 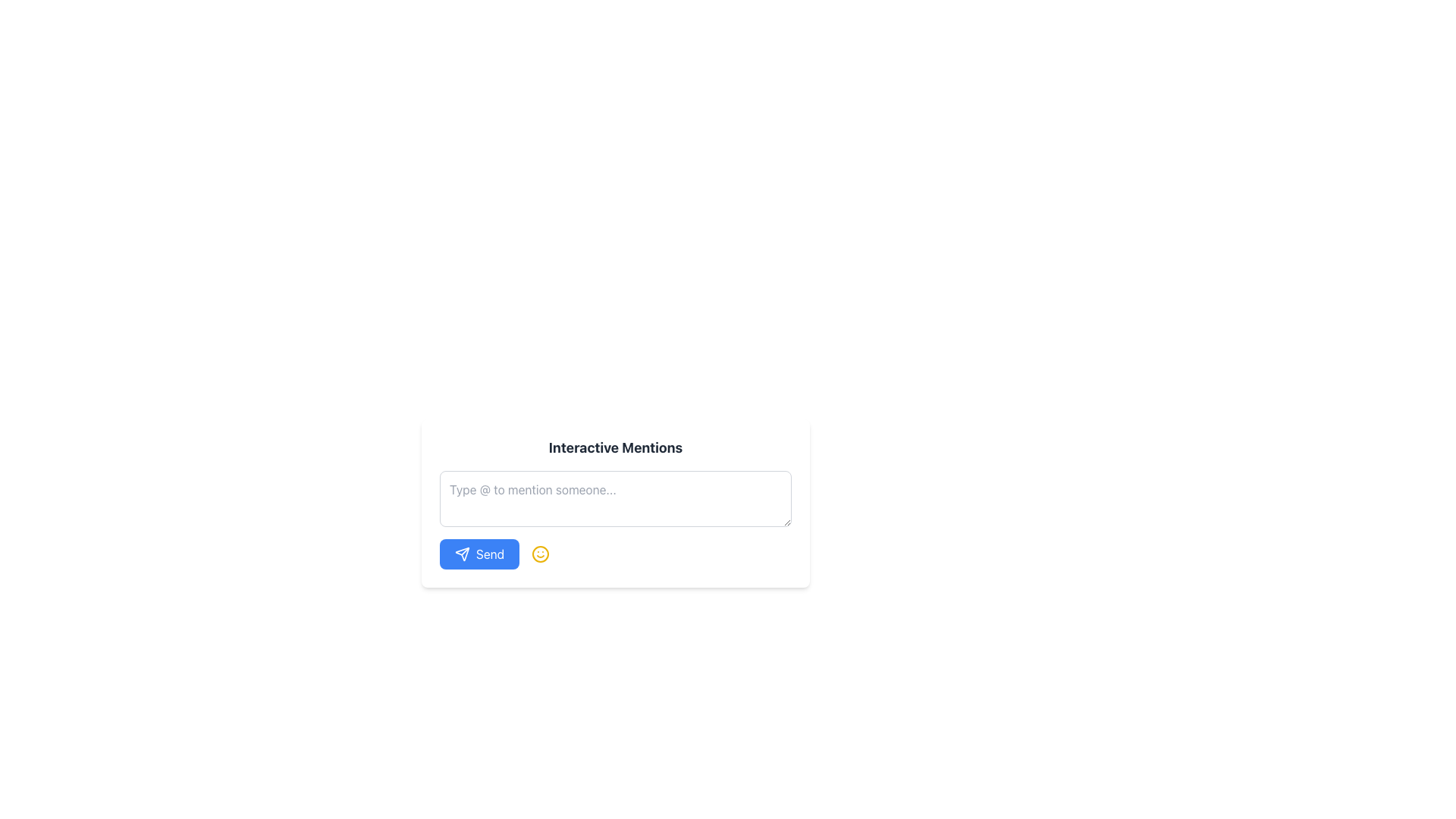 I want to click on the blue 'Send' button located in the lower-left section of the interaction box, so click(x=461, y=554).